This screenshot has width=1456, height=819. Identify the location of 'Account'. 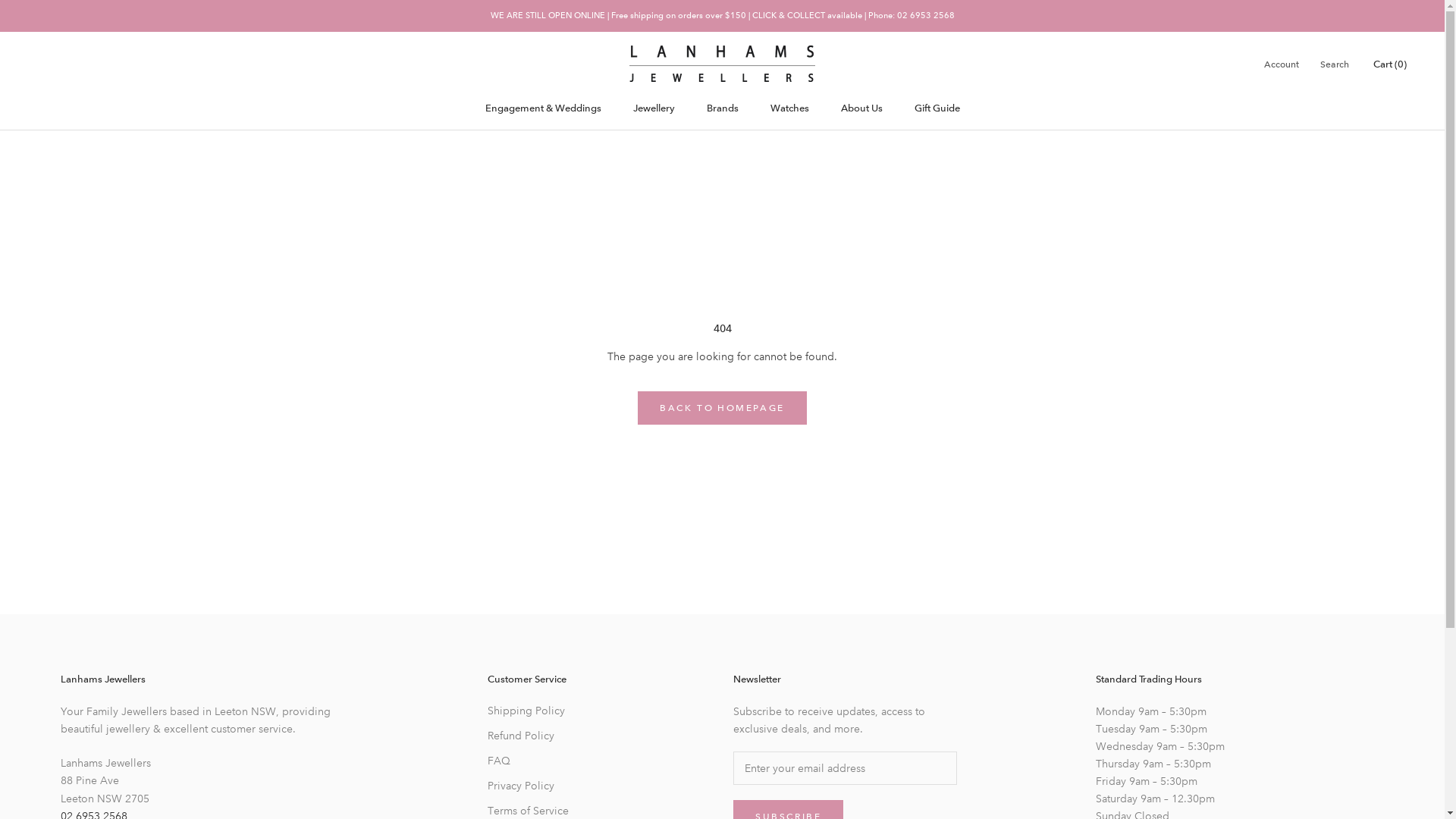
(1280, 64).